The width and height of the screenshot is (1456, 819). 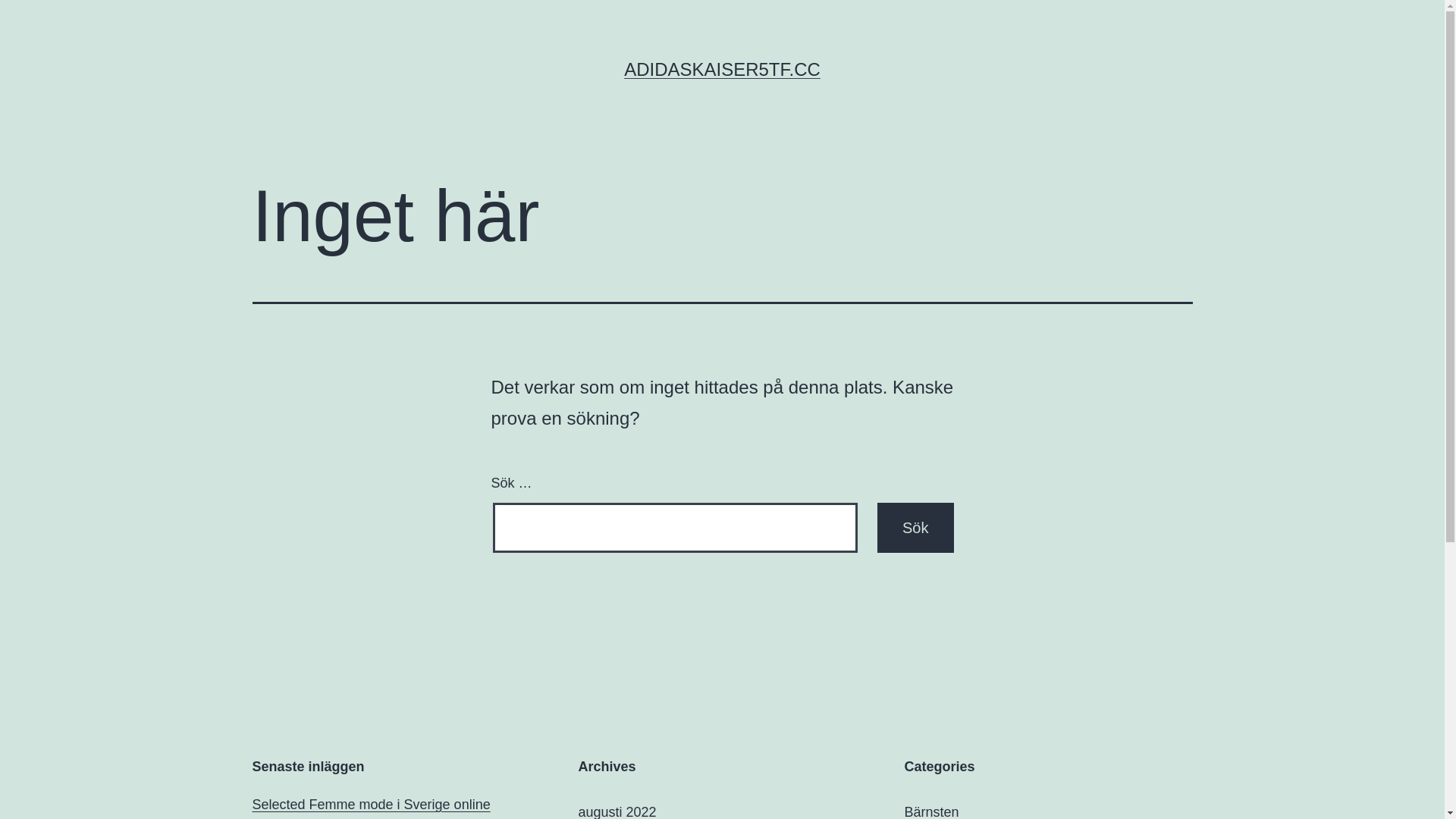 What do you see at coordinates (721, 69) in the screenshot?
I see `'ADIDASKAISER5TF.CC'` at bounding box center [721, 69].